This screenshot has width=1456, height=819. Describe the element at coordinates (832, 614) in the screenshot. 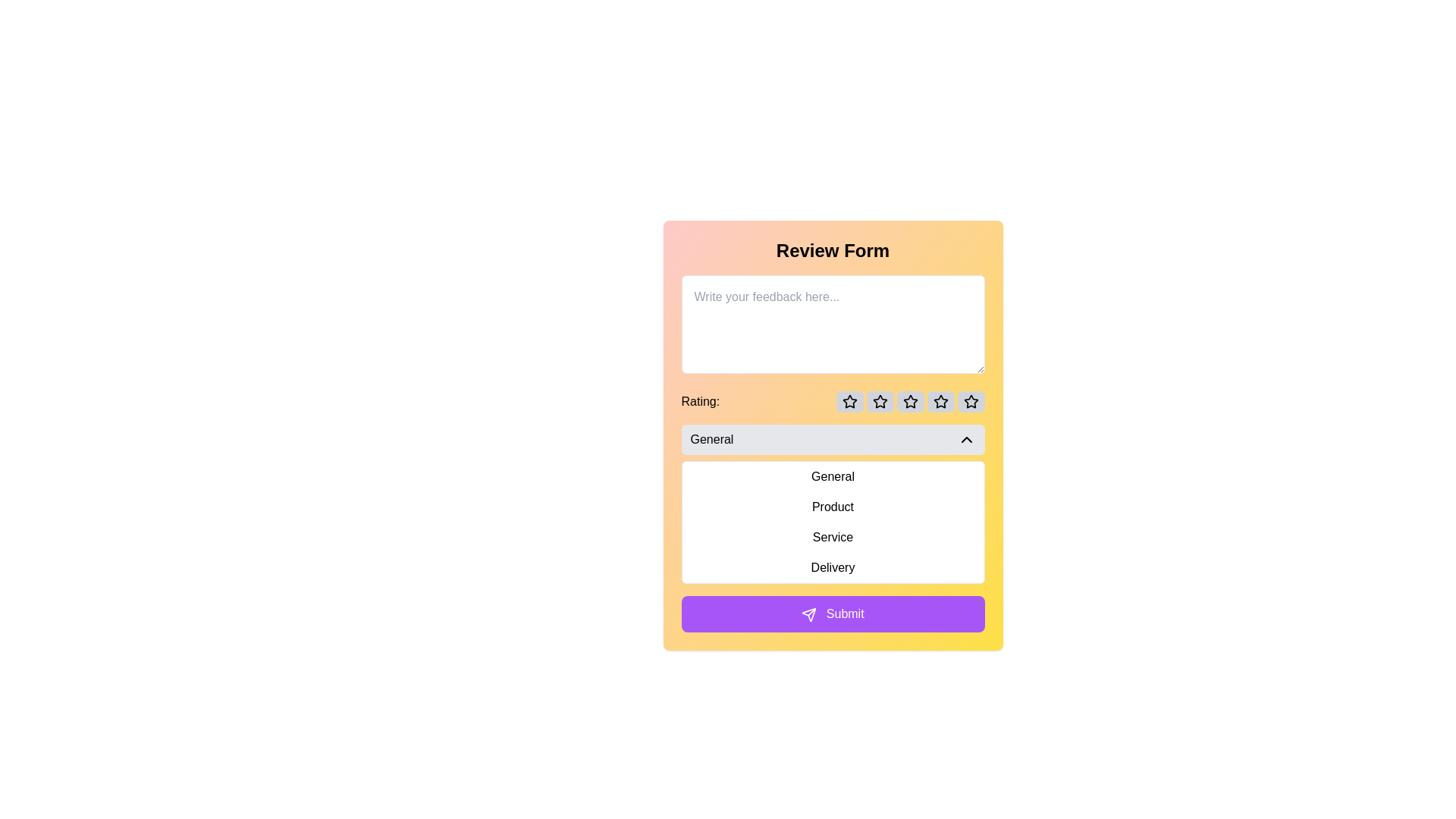

I see `the 'Submit' button, which is styled with a purple gradient color and white text, located at the bottom section of the review form` at that location.